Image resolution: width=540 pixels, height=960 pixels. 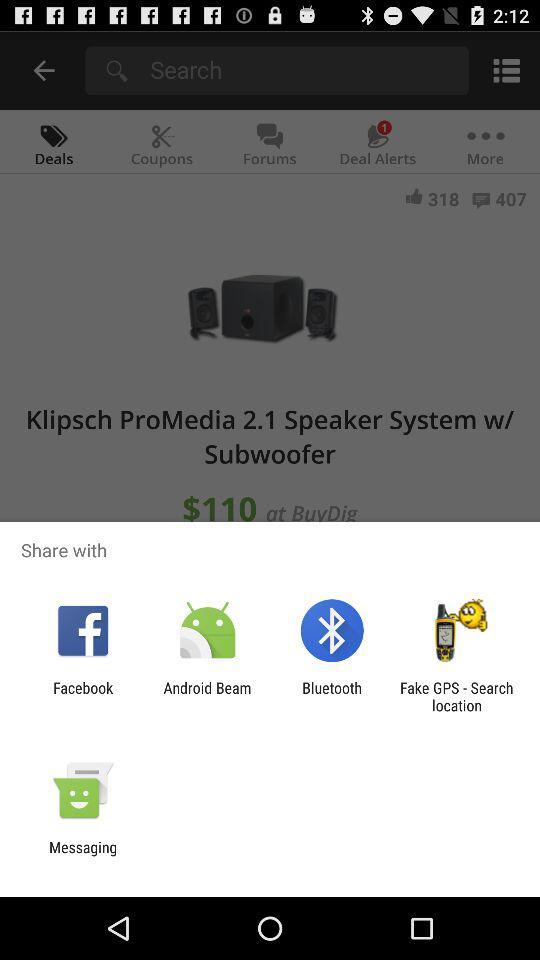 I want to click on the android beam icon, so click(x=206, y=696).